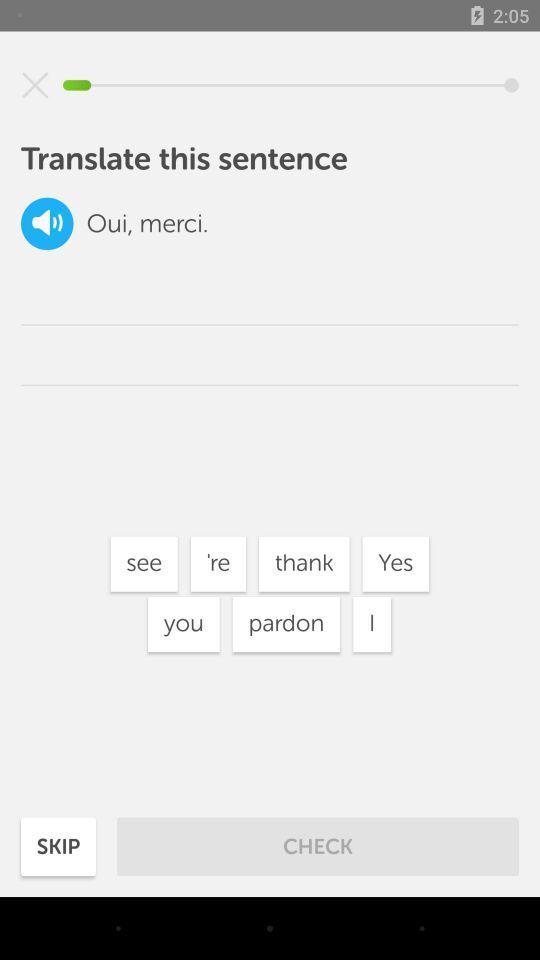 Image resolution: width=540 pixels, height=960 pixels. What do you see at coordinates (303, 564) in the screenshot?
I see `icon to the left of the i` at bounding box center [303, 564].